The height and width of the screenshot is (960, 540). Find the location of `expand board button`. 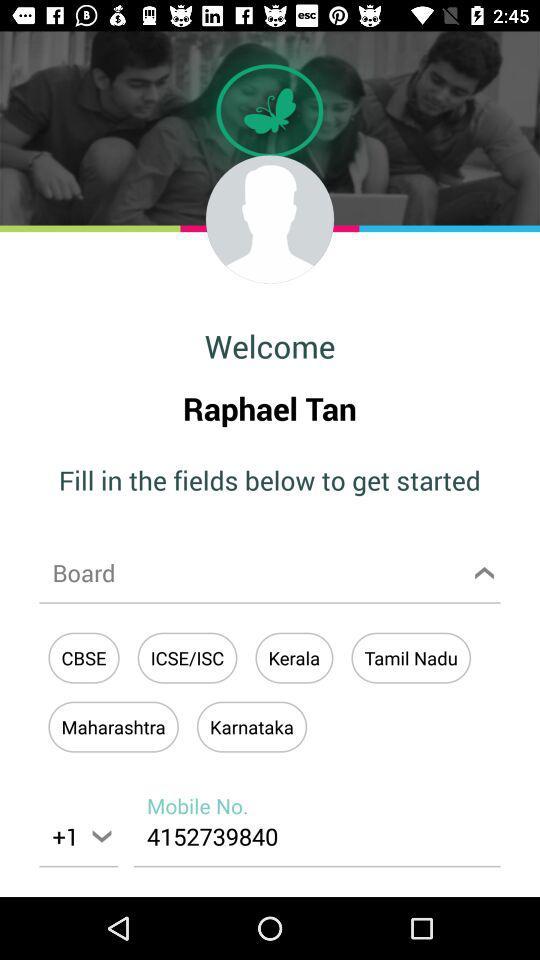

expand board button is located at coordinates (270, 572).